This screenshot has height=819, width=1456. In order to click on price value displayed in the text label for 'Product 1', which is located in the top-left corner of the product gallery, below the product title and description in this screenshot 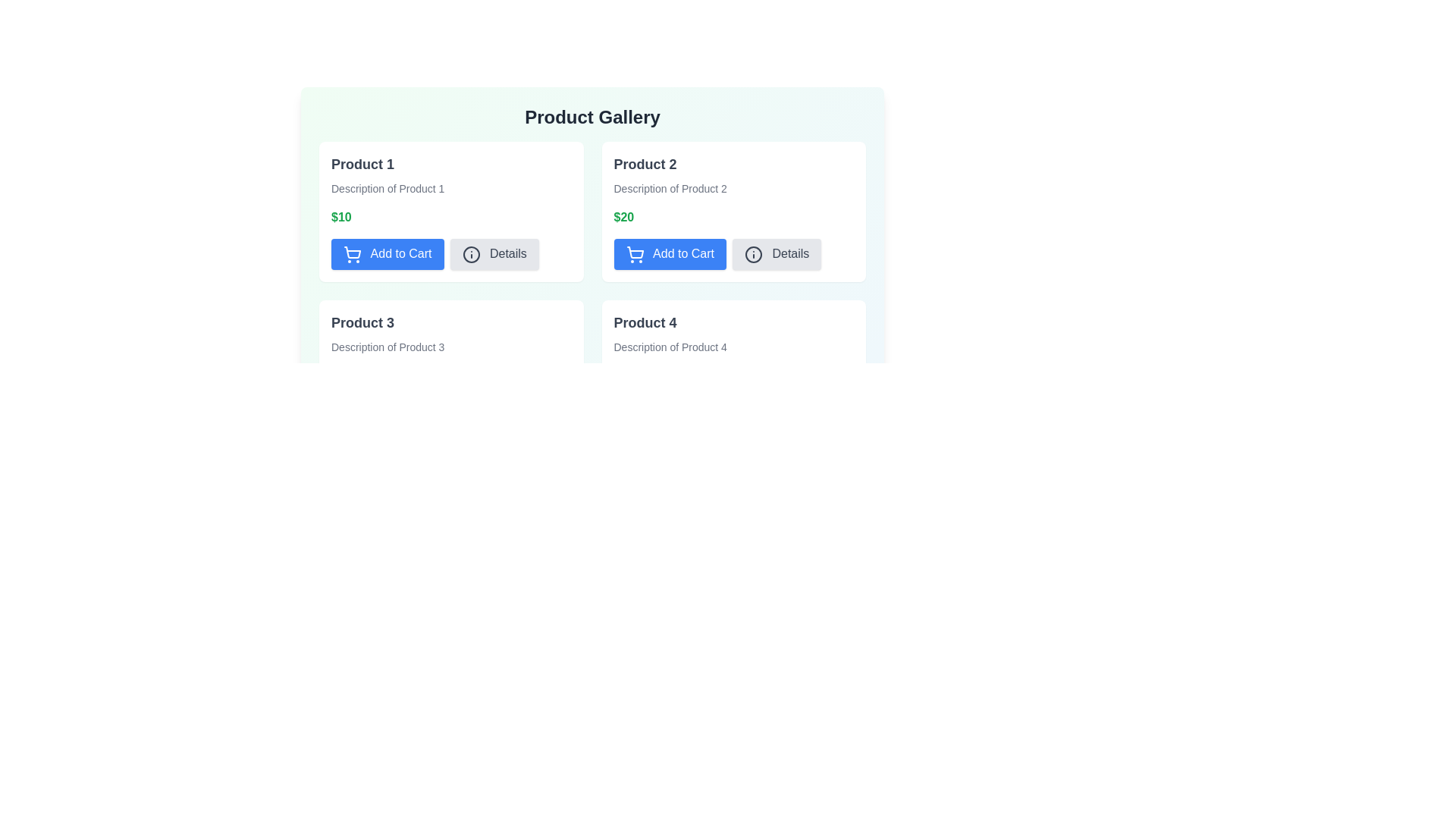, I will do `click(340, 217)`.